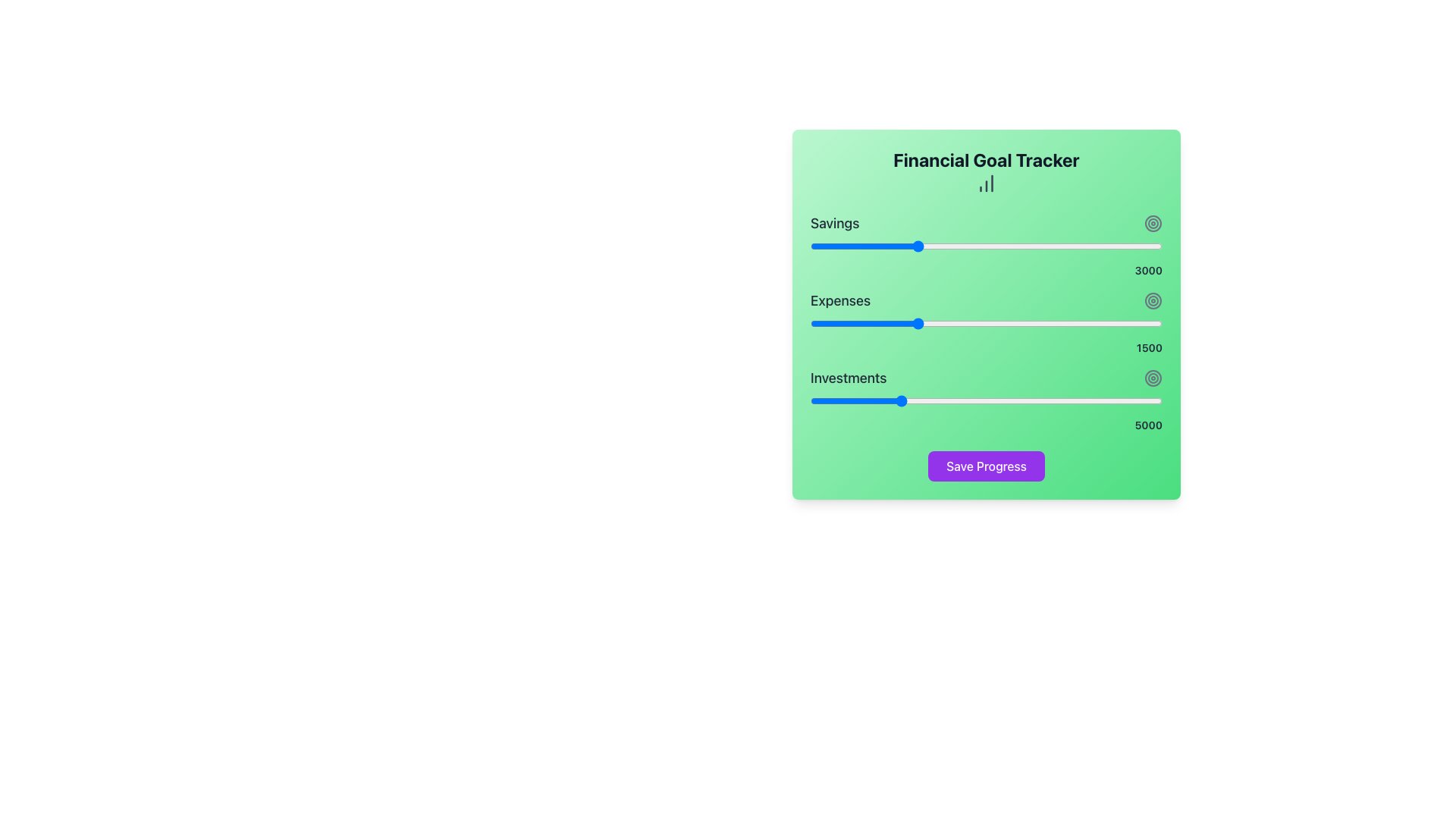  Describe the element at coordinates (986, 465) in the screenshot. I see `the 'Save Progress' button with tab navigation` at that location.